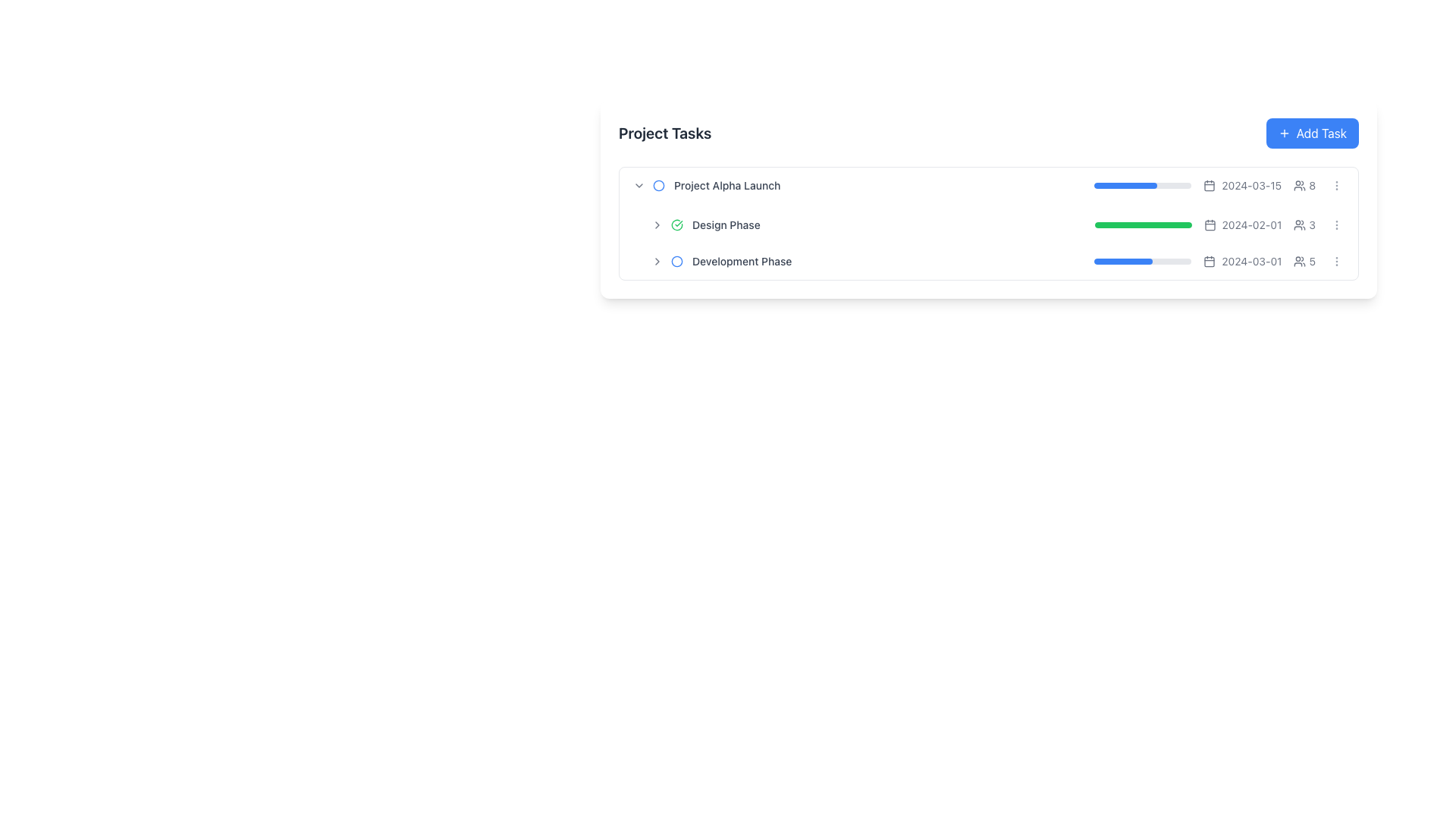 The width and height of the screenshot is (1456, 819). I want to click on the data represented by the icon indicating a pair of users with the count '3', located to the right of the date component '2024-02-01' in the task list table, so click(1304, 225).